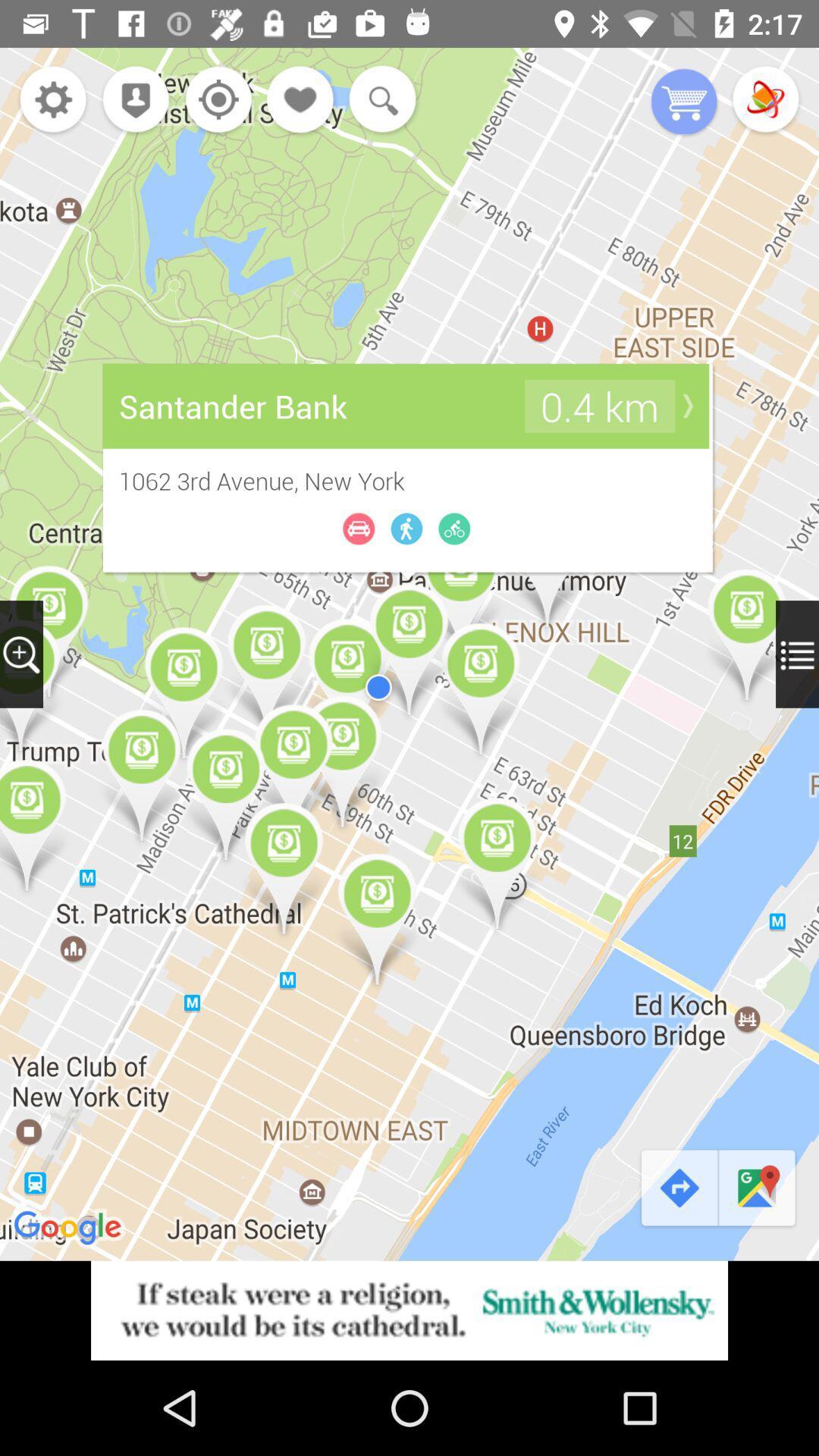  What do you see at coordinates (215, 100) in the screenshot?
I see `determine the location` at bounding box center [215, 100].